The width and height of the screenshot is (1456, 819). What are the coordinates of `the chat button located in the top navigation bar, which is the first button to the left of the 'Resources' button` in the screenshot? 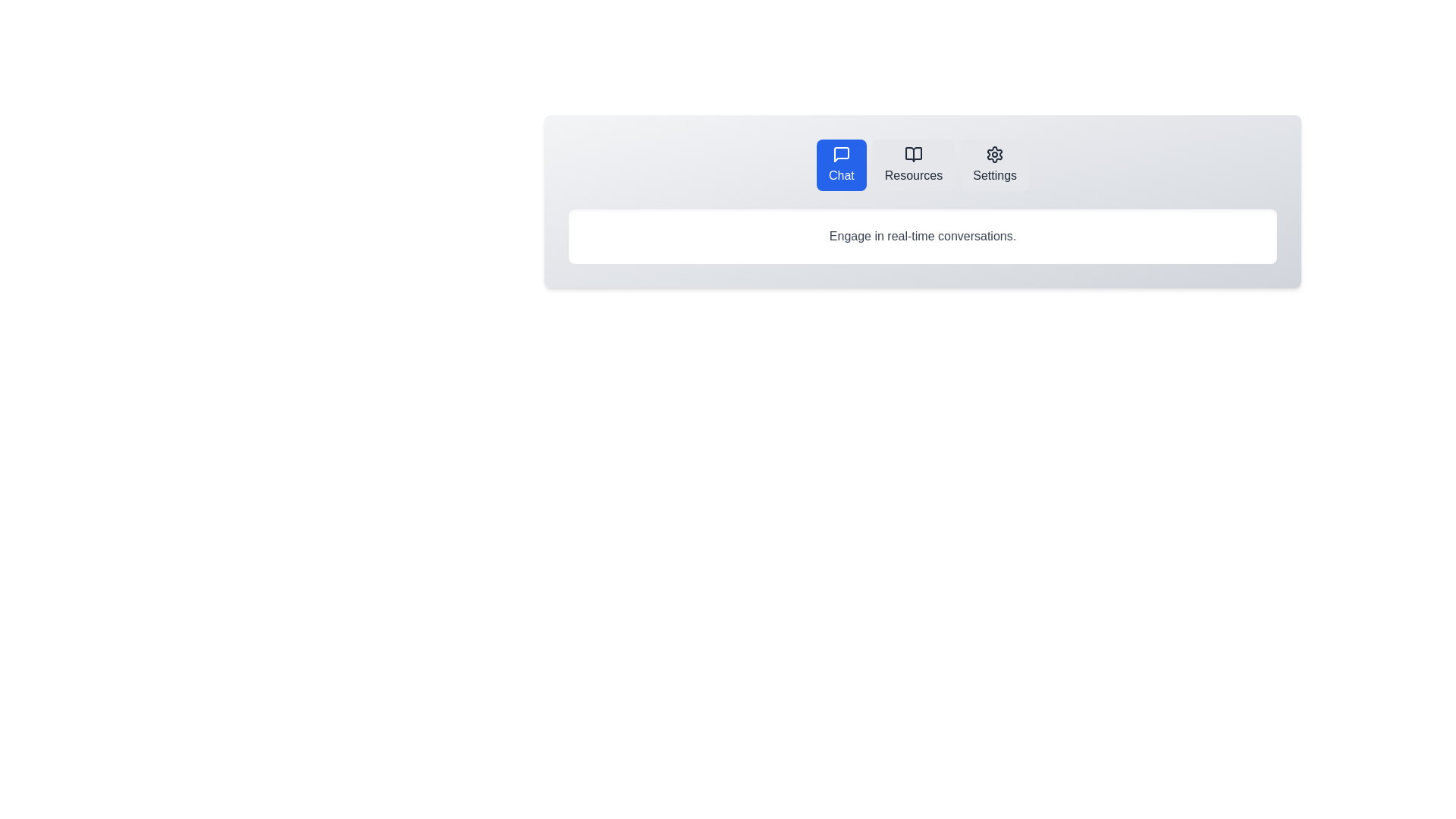 It's located at (840, 165).